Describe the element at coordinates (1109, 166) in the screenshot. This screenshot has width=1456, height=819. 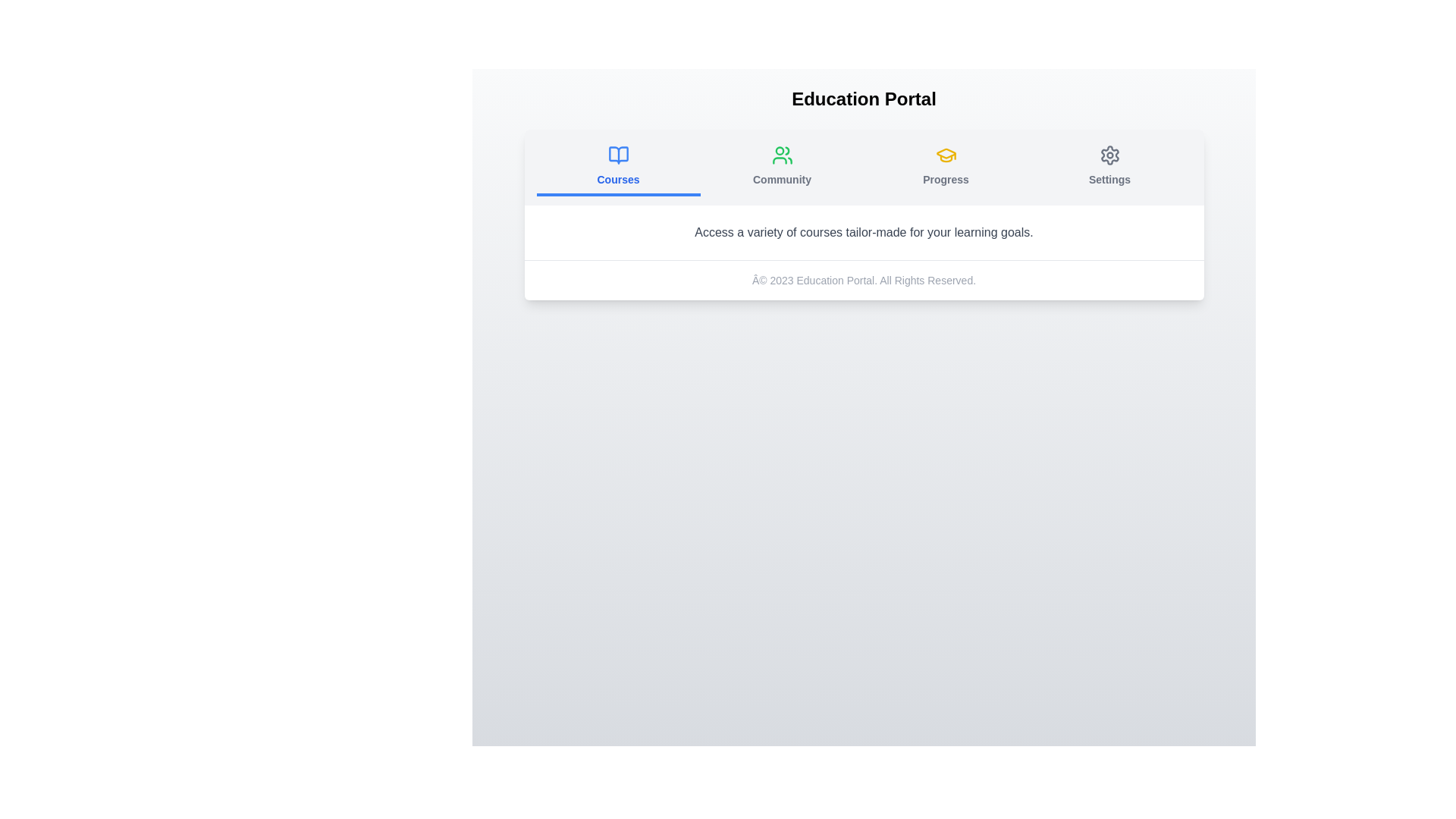
I see `the 'Settings' navigation link, which features a cogwheel icon and is the fourth item in the horizontal navigation bar` at that location.